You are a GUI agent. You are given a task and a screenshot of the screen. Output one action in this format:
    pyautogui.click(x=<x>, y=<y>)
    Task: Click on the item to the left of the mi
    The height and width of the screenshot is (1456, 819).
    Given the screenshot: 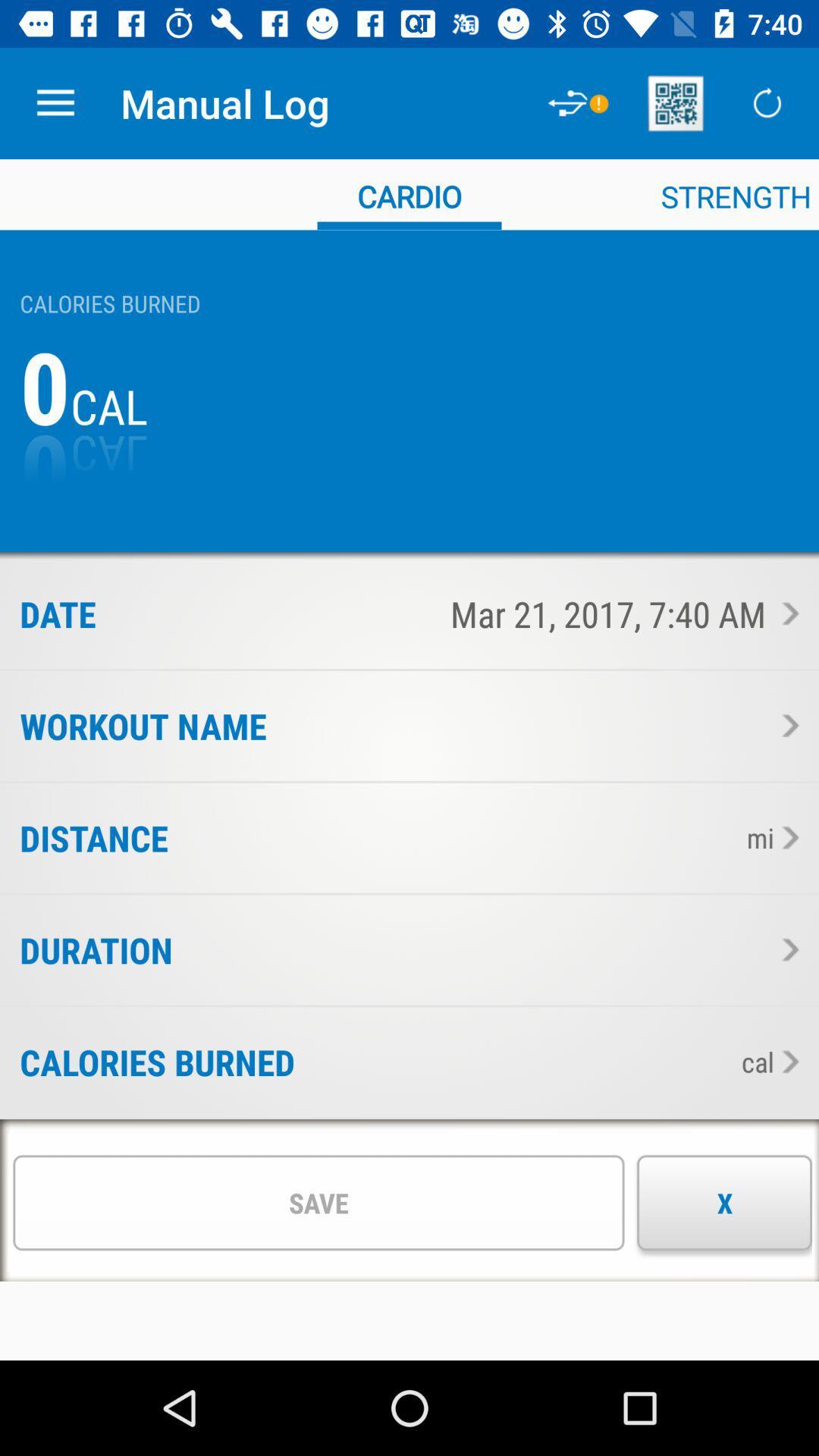 What is the action you would take?
    pyautogui.click(x=451, y=837)
    